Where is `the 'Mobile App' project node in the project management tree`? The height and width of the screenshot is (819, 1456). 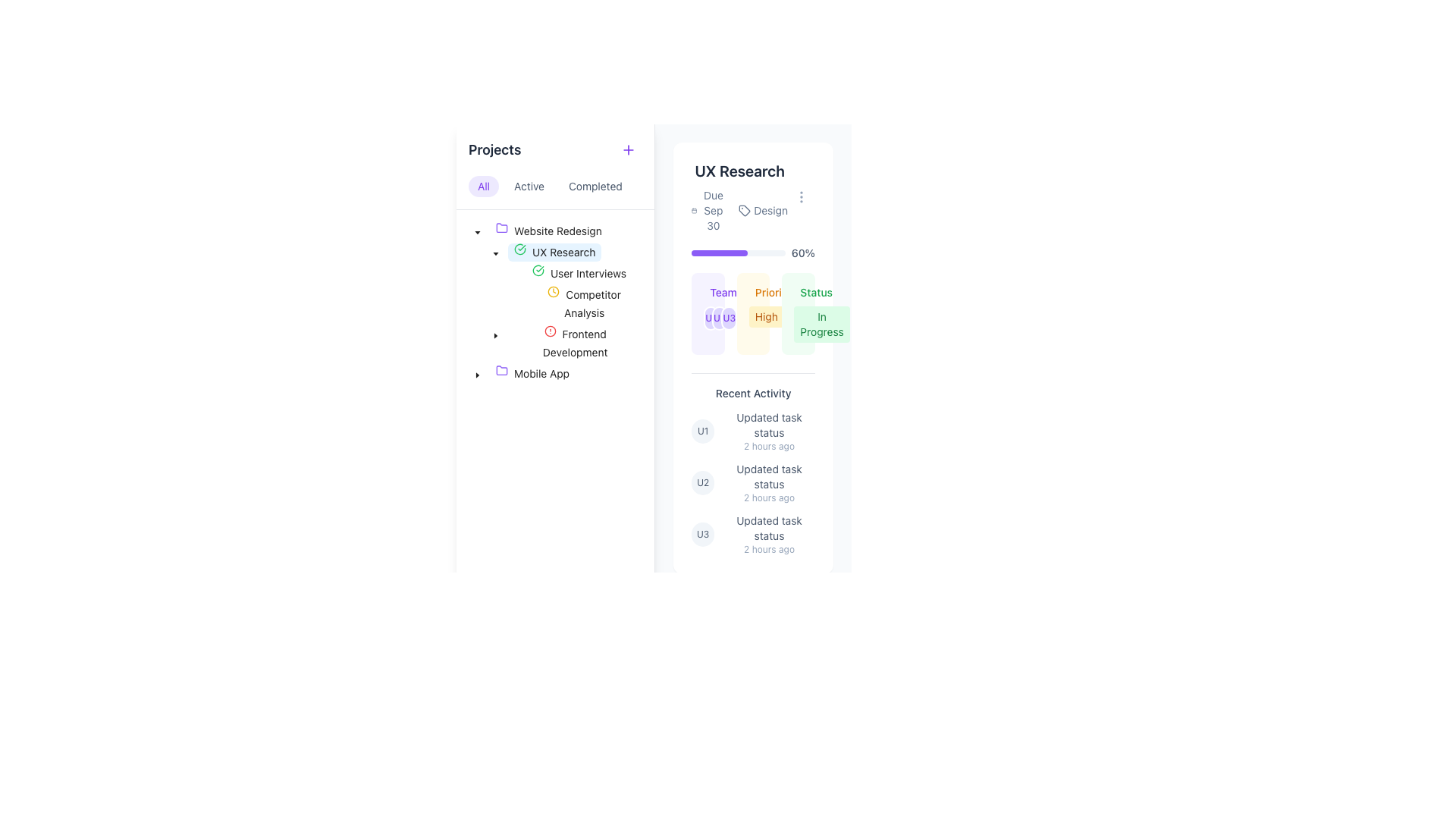 the 'Mobile App' project node in the project management tree is located at coordinates (532, 374).